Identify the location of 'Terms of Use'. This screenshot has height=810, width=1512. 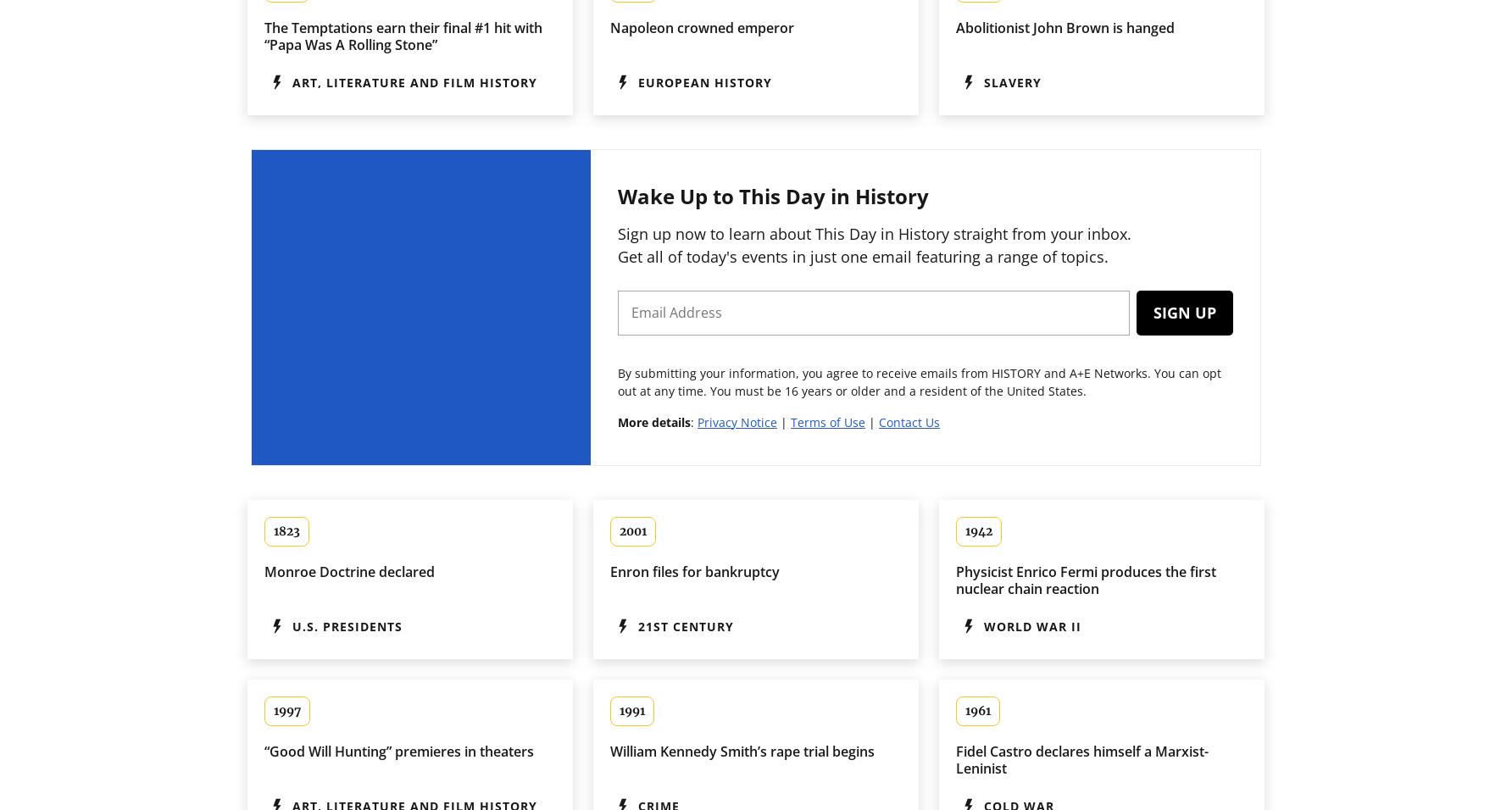
(827, 420).